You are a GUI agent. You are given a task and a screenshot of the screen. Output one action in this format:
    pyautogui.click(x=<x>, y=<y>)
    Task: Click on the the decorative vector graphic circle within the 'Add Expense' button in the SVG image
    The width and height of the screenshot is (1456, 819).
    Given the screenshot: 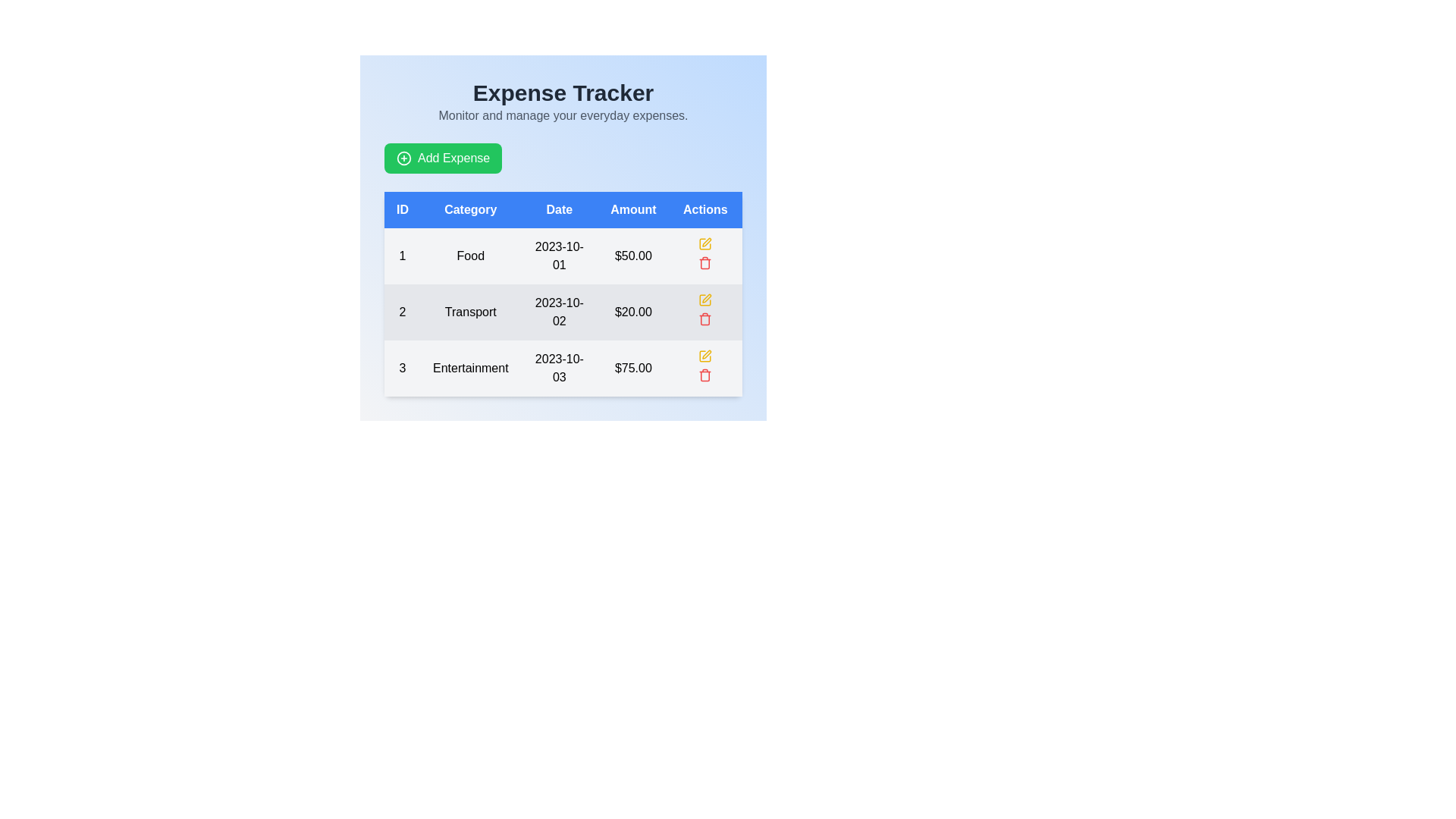 What is the action you would take?
    pyautogui.click(x=403, y=158)
    